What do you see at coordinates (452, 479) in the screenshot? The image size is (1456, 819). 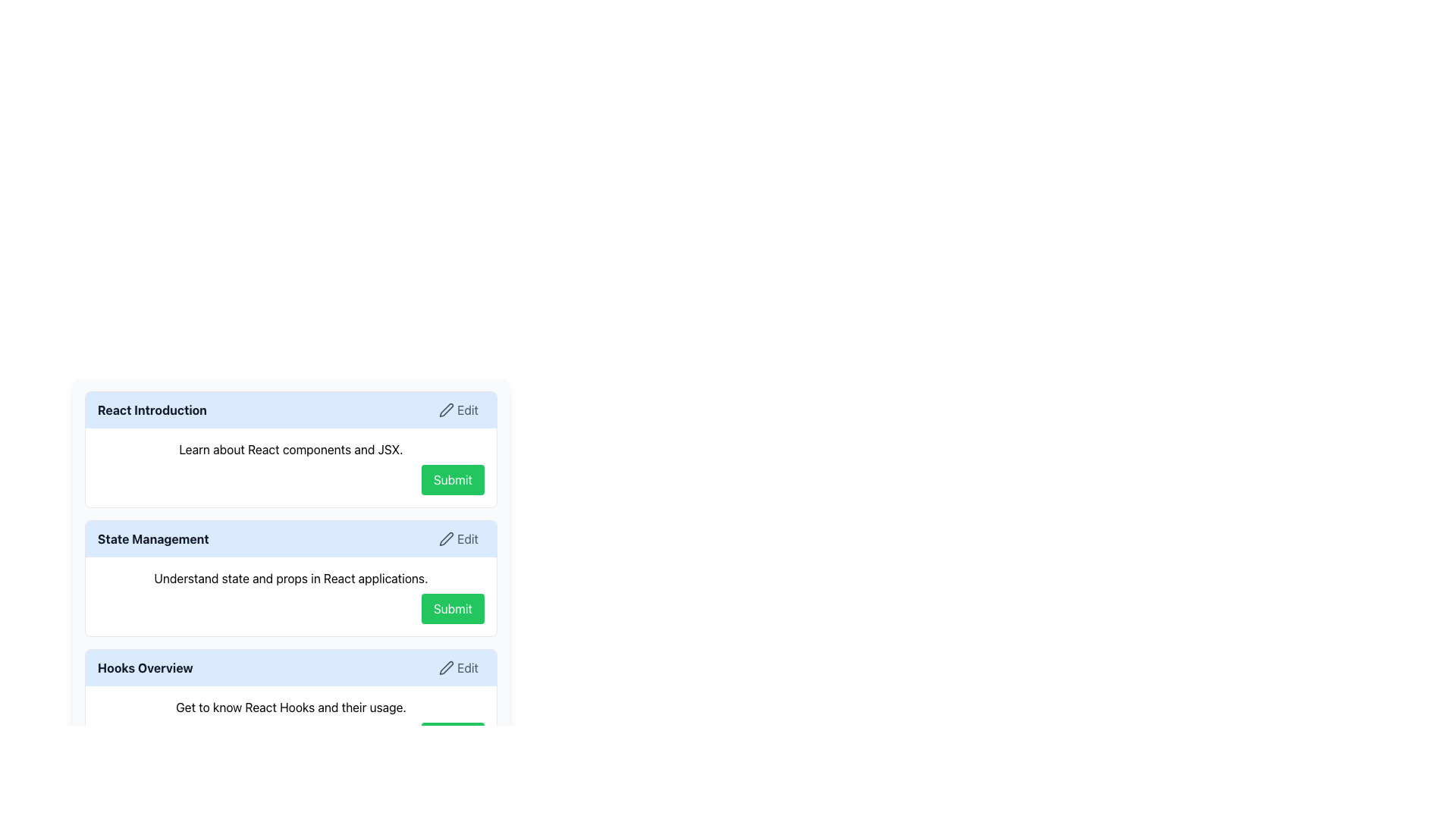 I see `the submission button located at the right edge of the 'React Introduction' section` at bounding box center [452, 479].